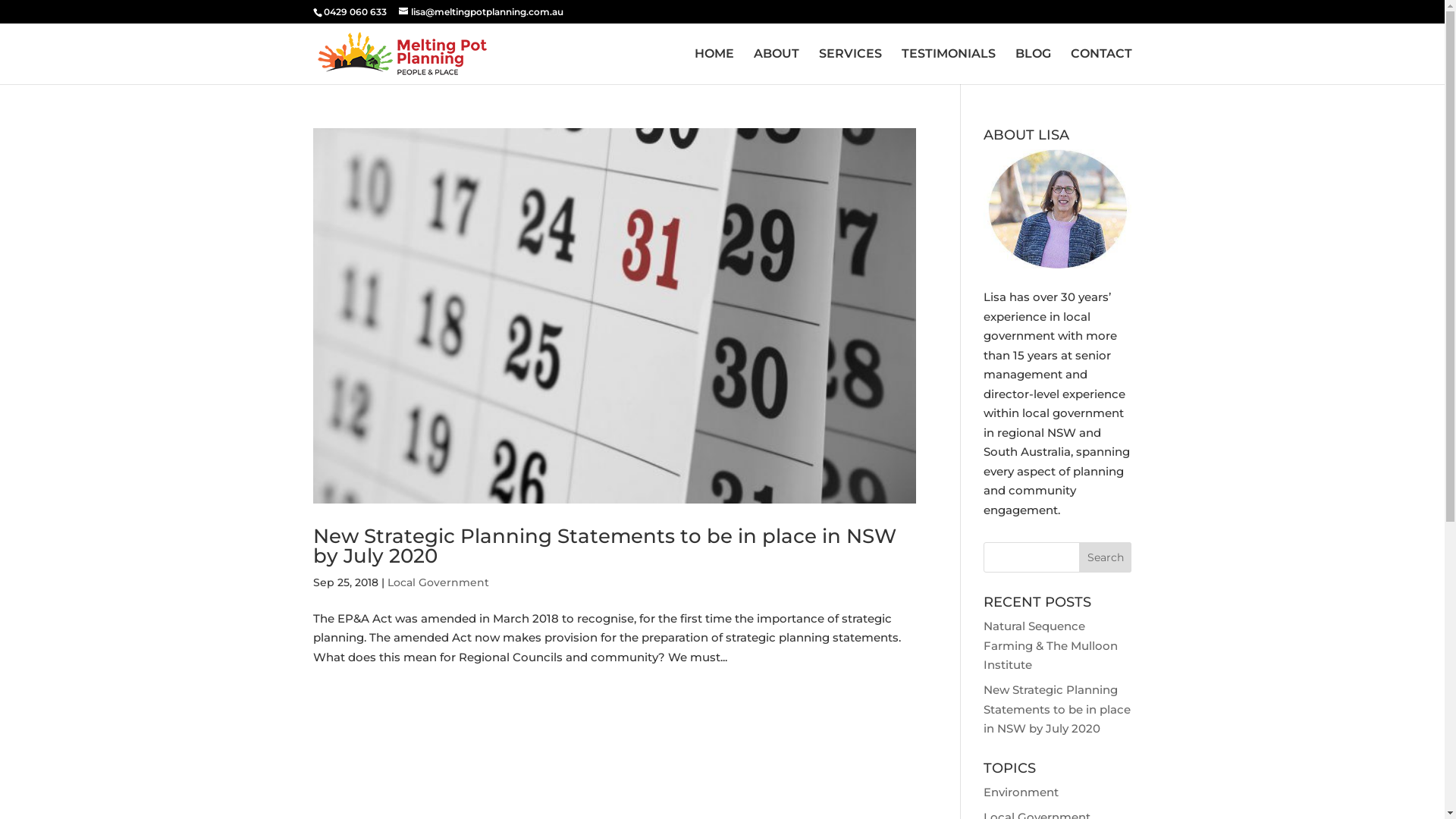  What do you see at coordinates (1015, 65) in the screenshot?
I see `'BLOG'` at bounding box center [1015, 65].